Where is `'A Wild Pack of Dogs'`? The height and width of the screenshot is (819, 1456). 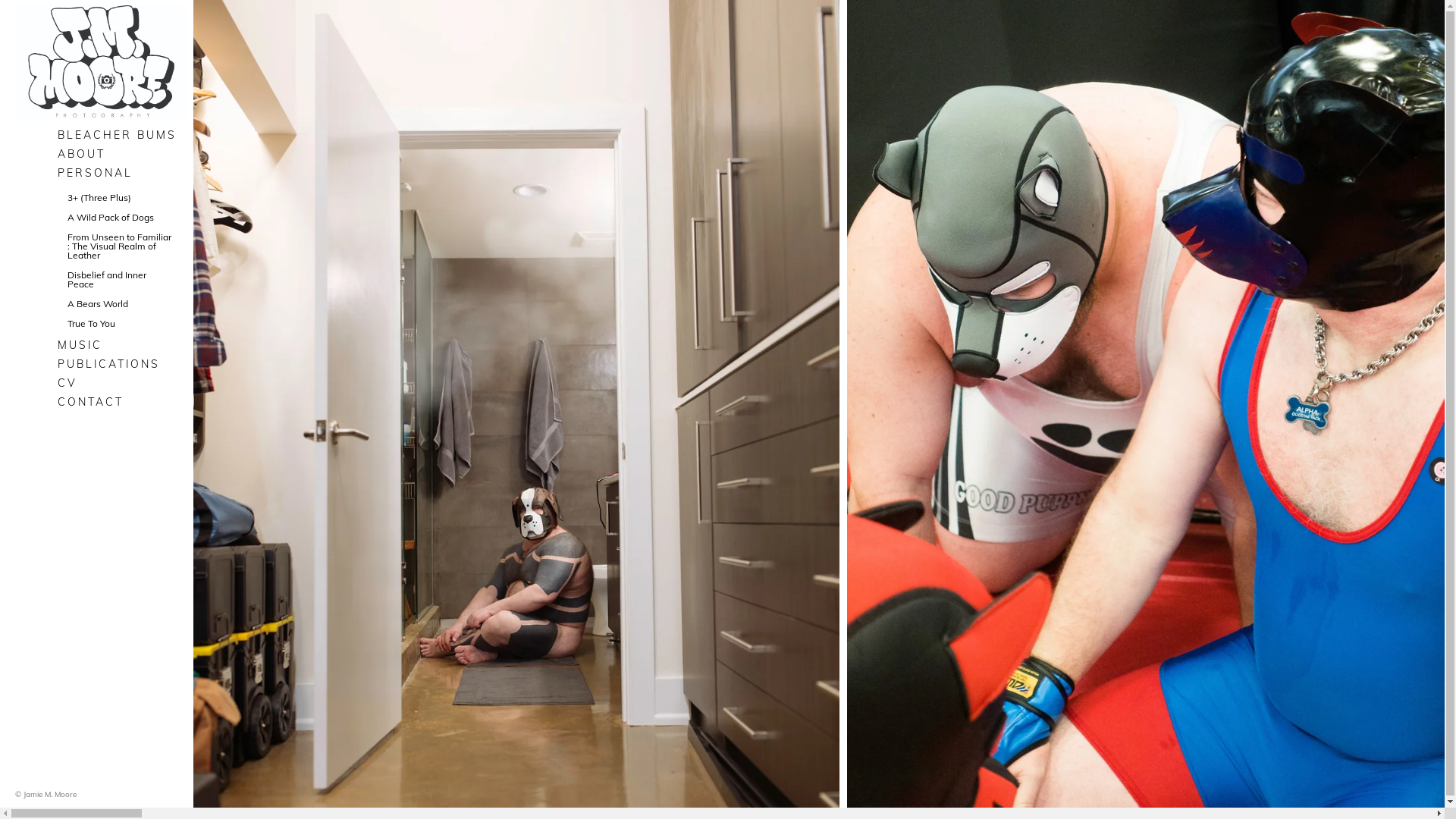
'A Wild Pack of Dogs' is located at coordinates (118, 217).